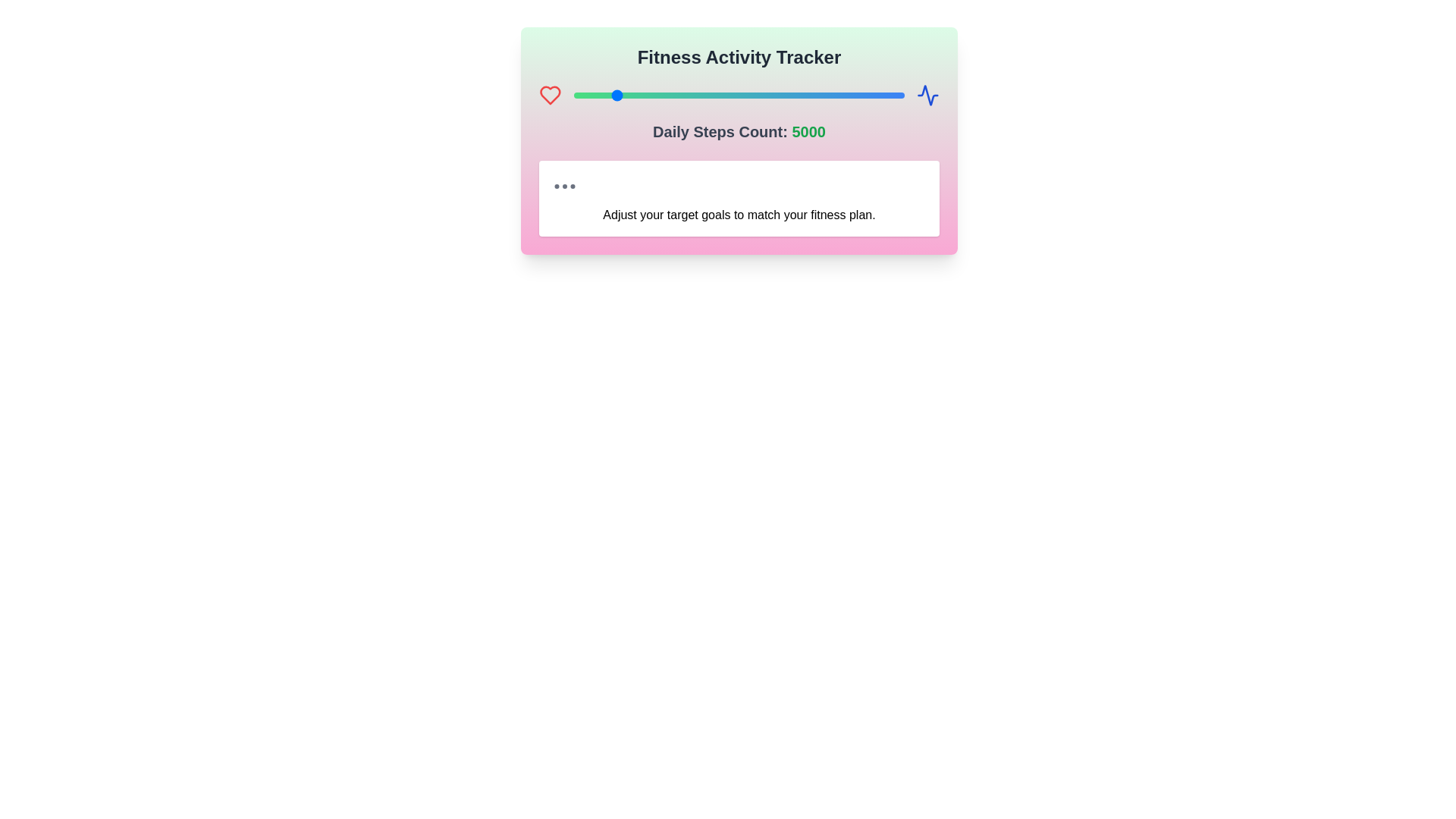  What do you see at coordinates (549, 96) in the screenshot?
I see `the heart icon to interact with it` at bounding box center [549, 96].